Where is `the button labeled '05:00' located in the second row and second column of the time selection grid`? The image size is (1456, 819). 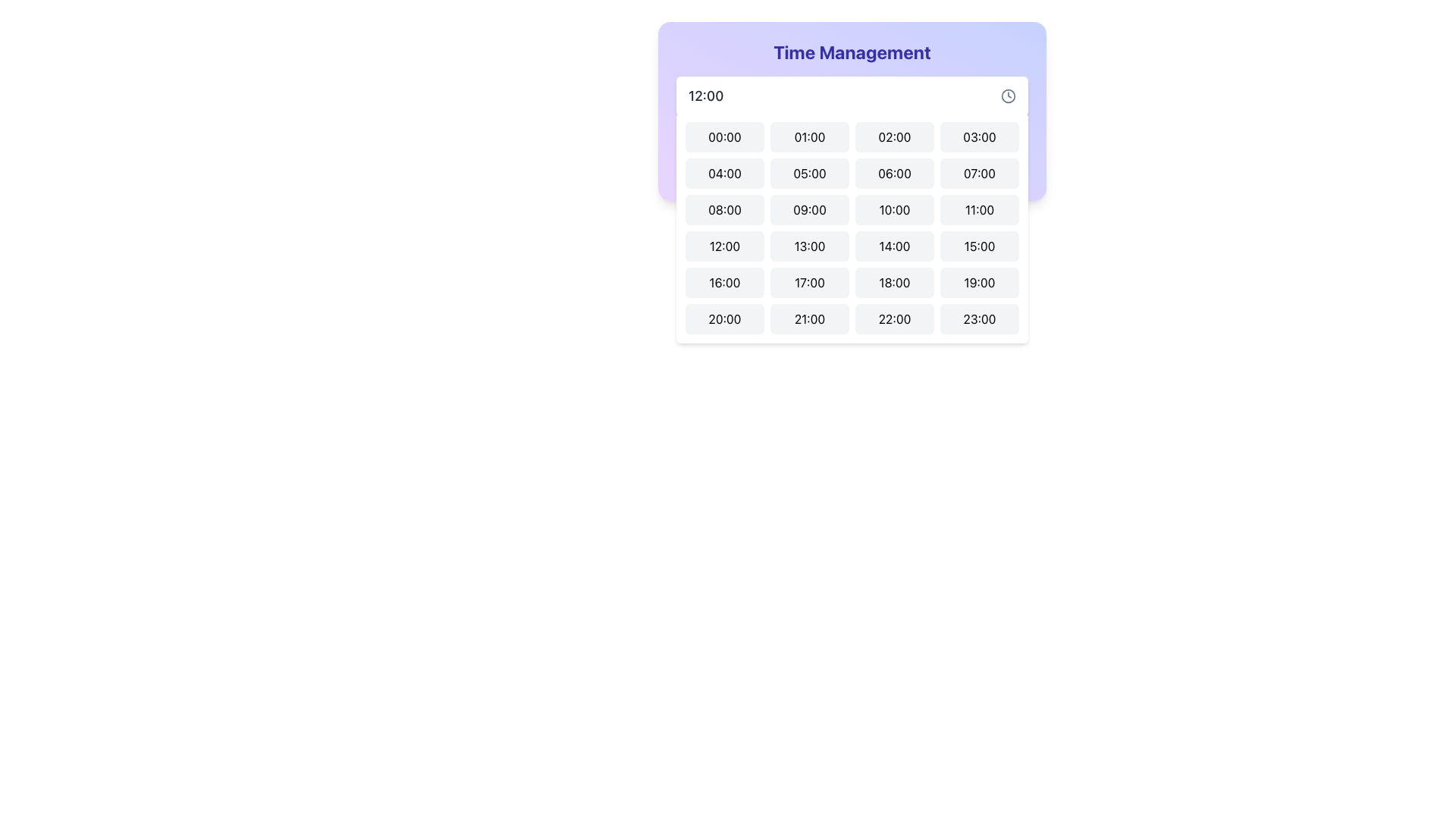 the button labeled '05:00' located in the second row and second column of the time selection grid is located at coordinates (809, 172).